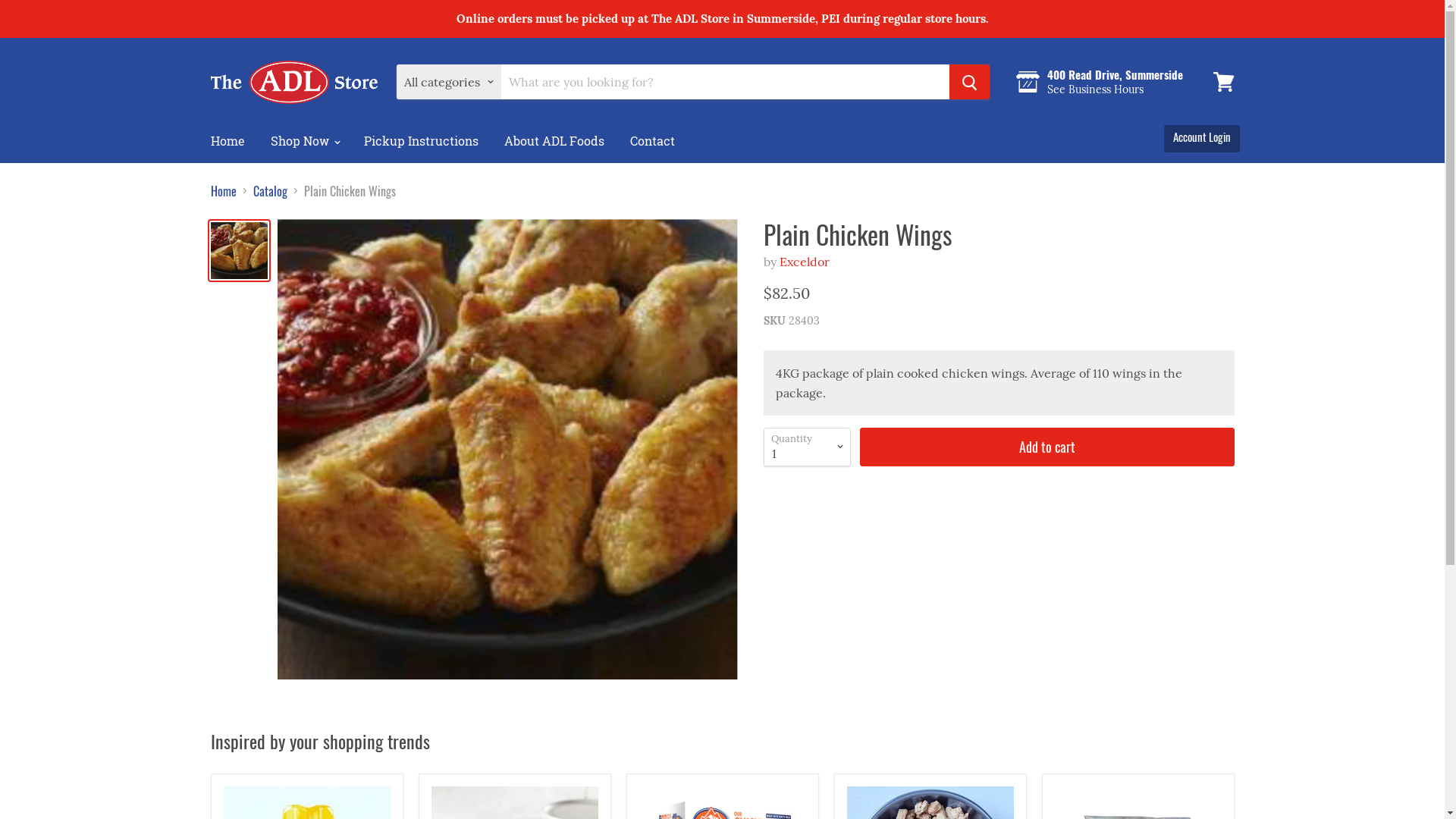  I want to click on 'Home', so click(226, 140).